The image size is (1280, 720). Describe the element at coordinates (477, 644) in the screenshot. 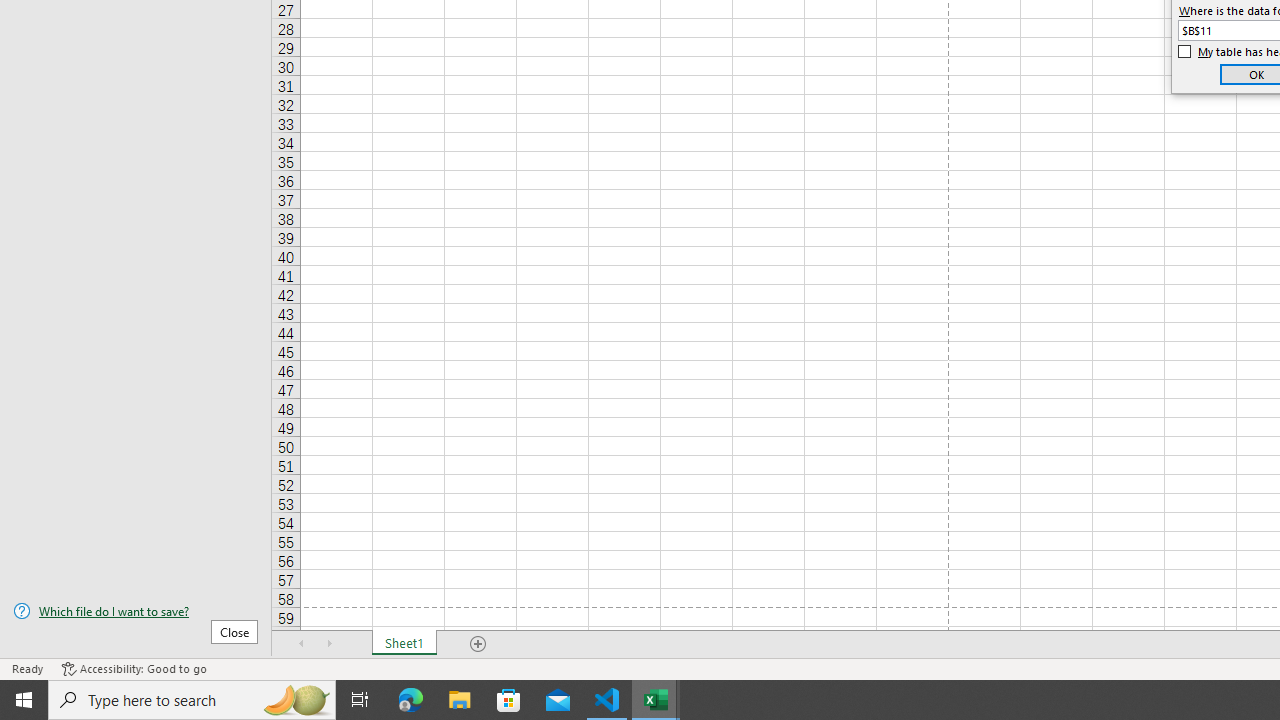

I see `'Add Sheet'` at that location.